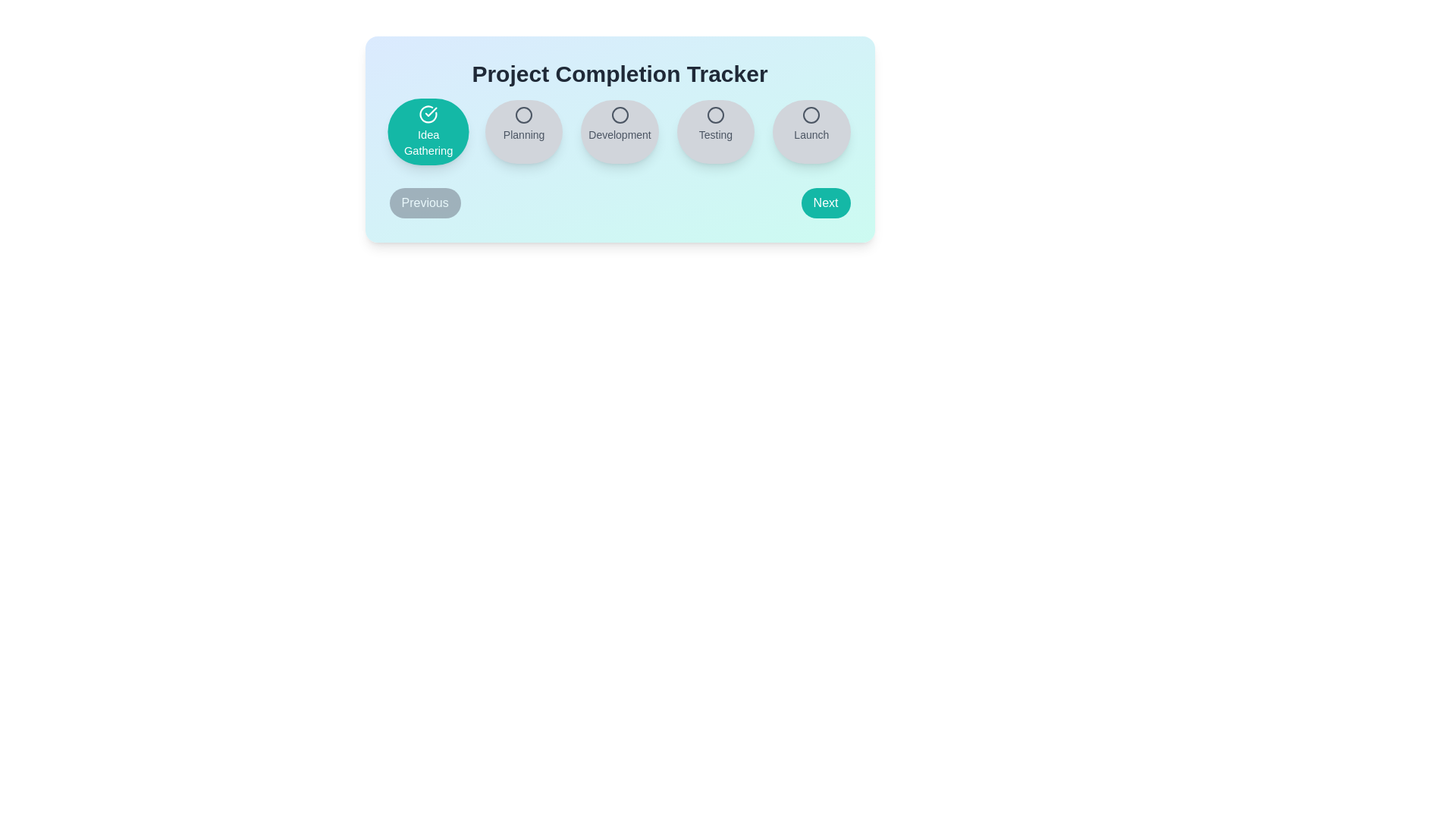 This screenshot has height=819, width=1456. What do you see at coordinates (524, 114) in the screenshot?
I see `the circular icon labeled 'Planning' in the series of project stage icons, which is the second item in the horizontal sequence` at bounding box center [524, 114].